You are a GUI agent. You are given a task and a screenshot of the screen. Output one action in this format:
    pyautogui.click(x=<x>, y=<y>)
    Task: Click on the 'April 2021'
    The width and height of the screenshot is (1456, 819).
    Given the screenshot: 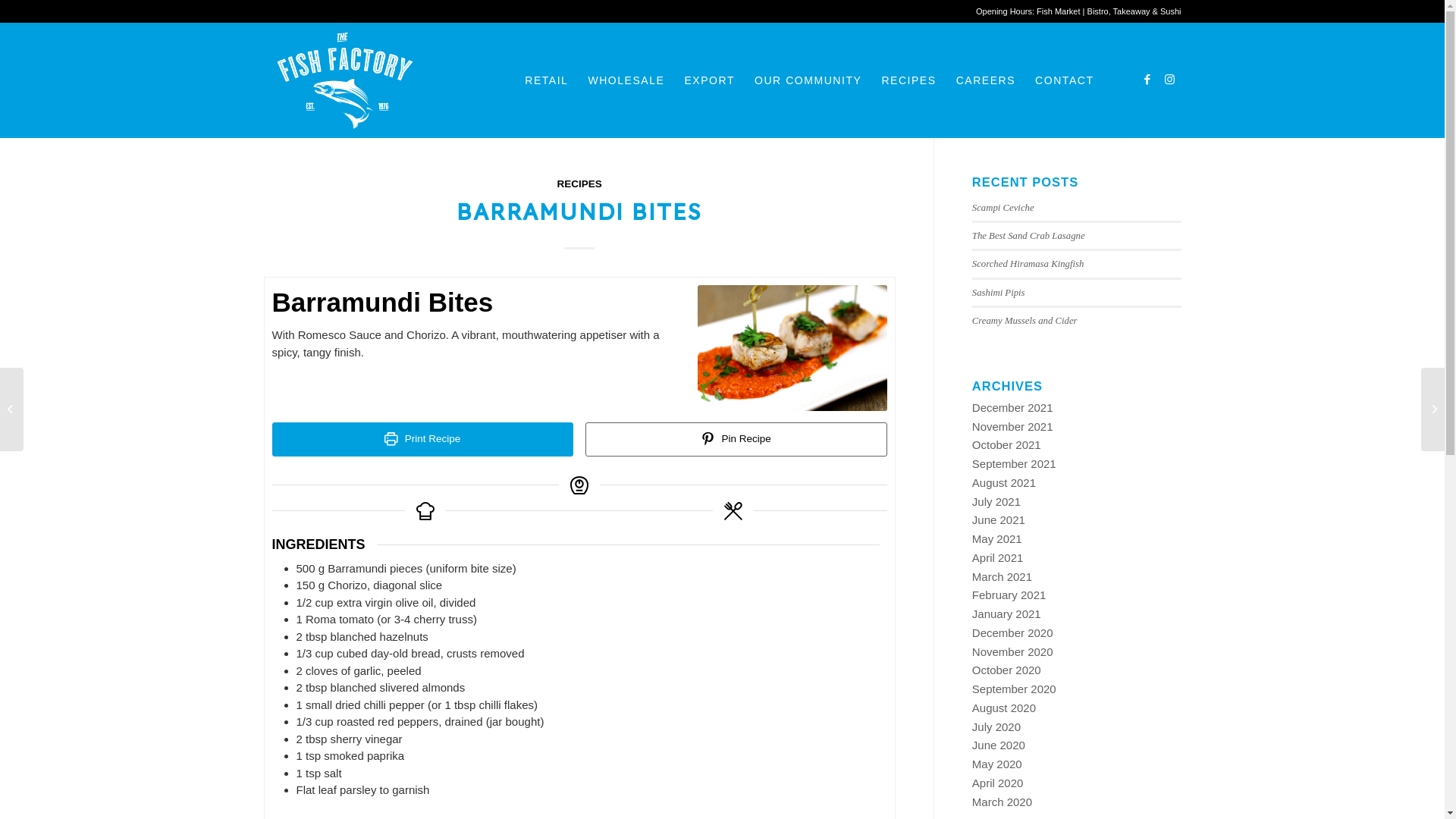 What is the action you would take?
    pyautogui.click(x=997, y=557)
    